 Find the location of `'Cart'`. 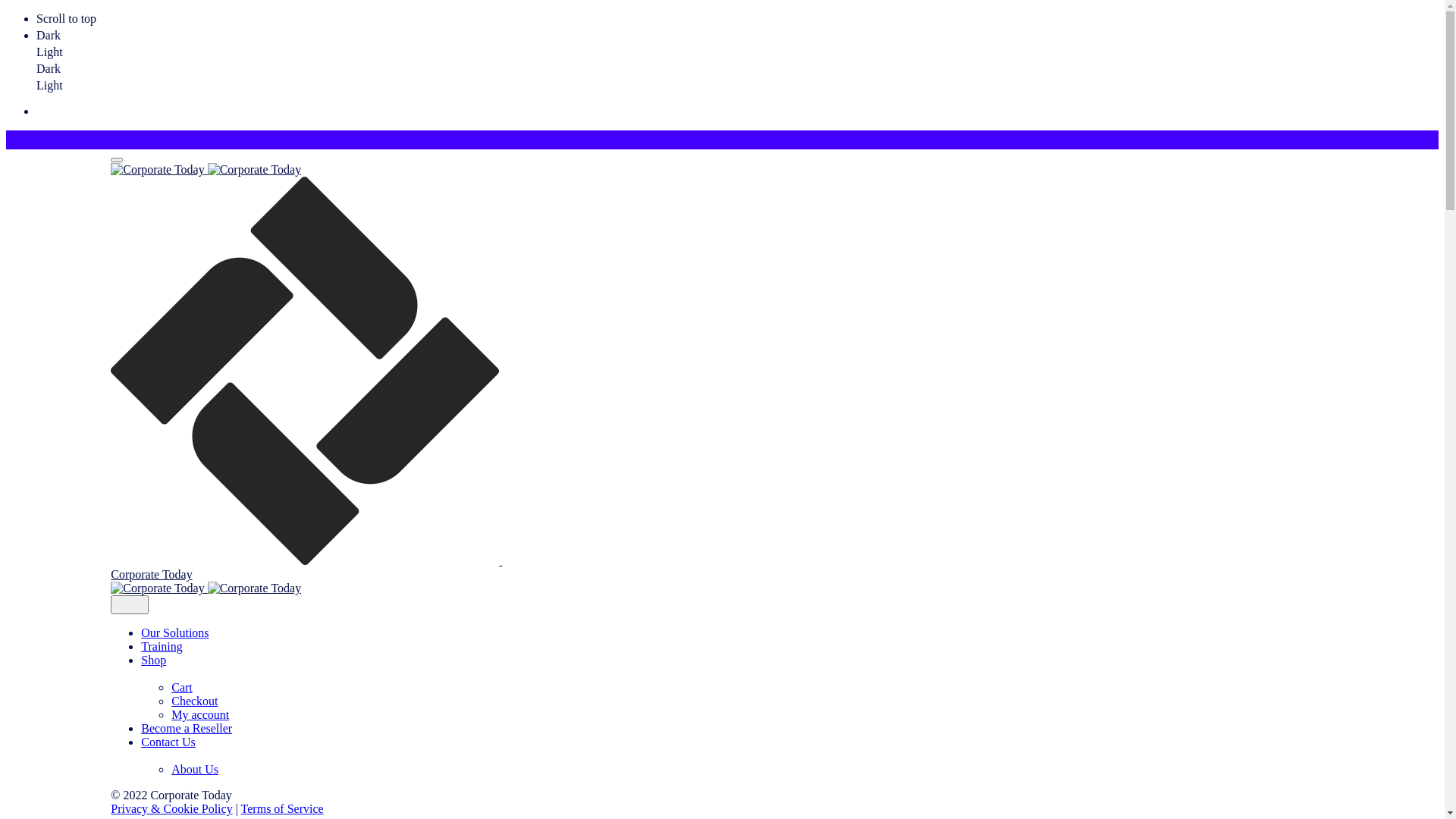

'Cart' is located at coordinates (182, 687).